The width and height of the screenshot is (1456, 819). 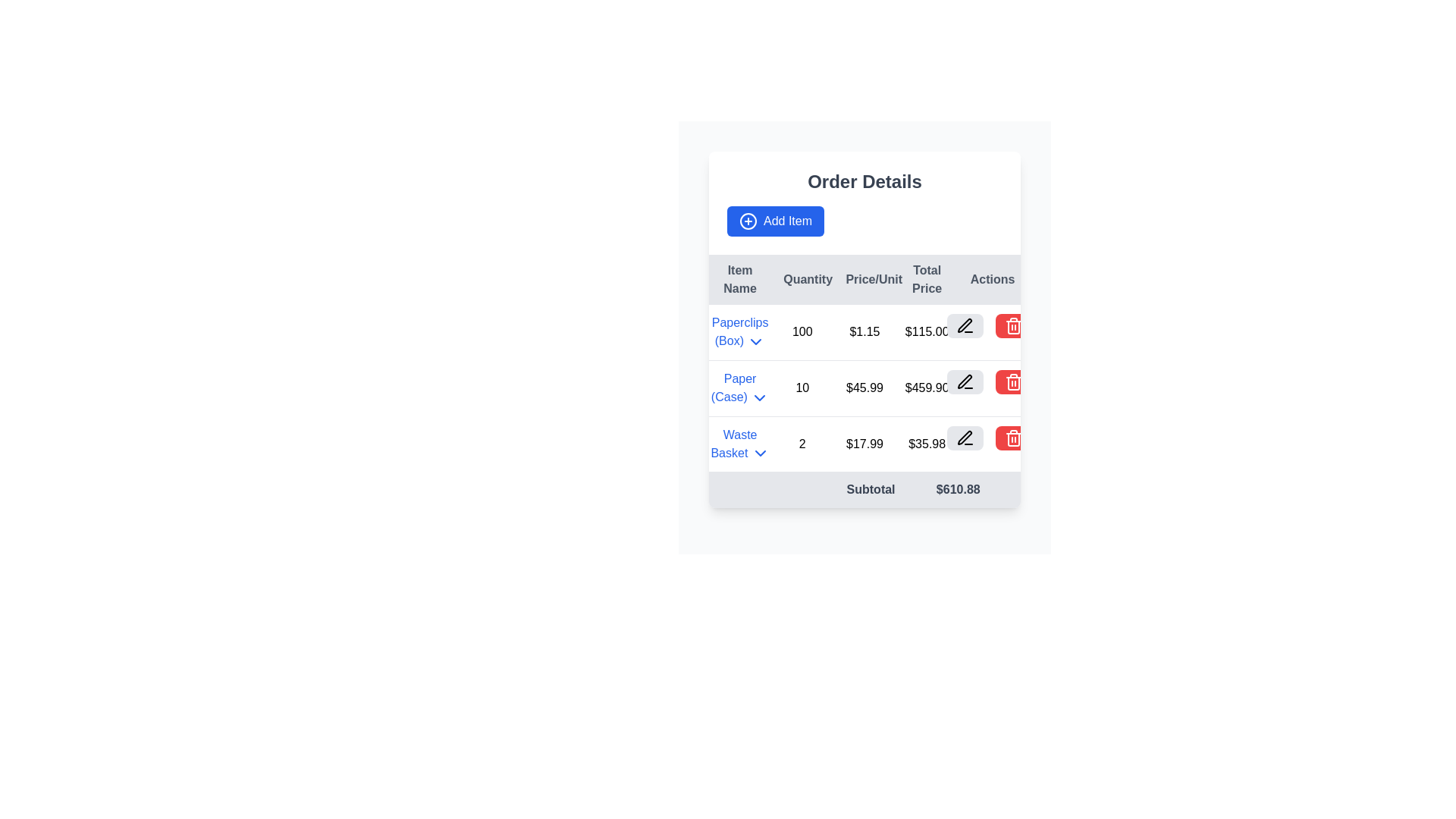 What do you see at coordinates (964, 438) in the screenshot?
I see `the button with a pen icon in the 'Actions' column of the last row for the 'Waste Basket' item` at bounding box center [964, 438].